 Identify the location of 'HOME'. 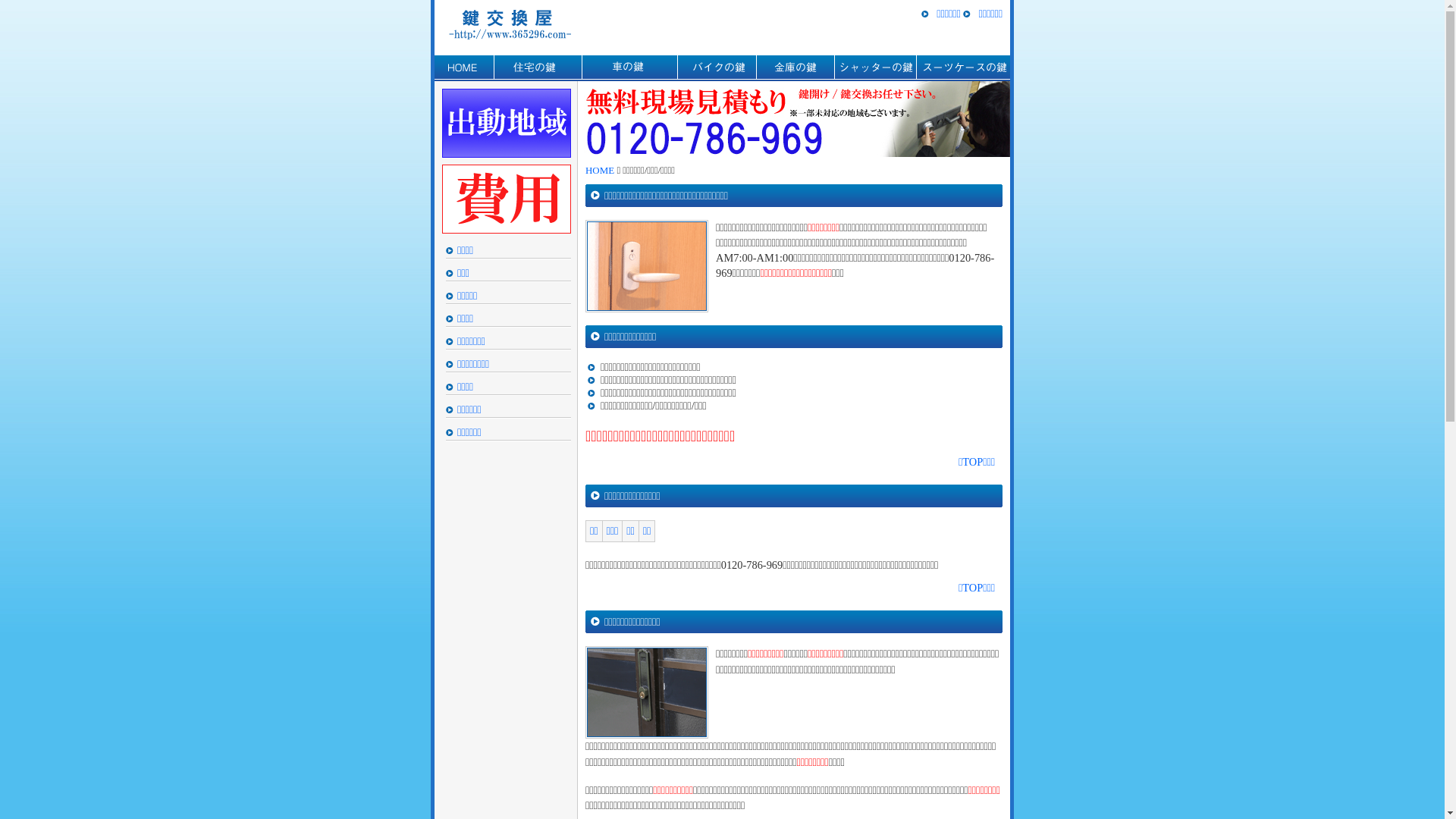
(463, 67).